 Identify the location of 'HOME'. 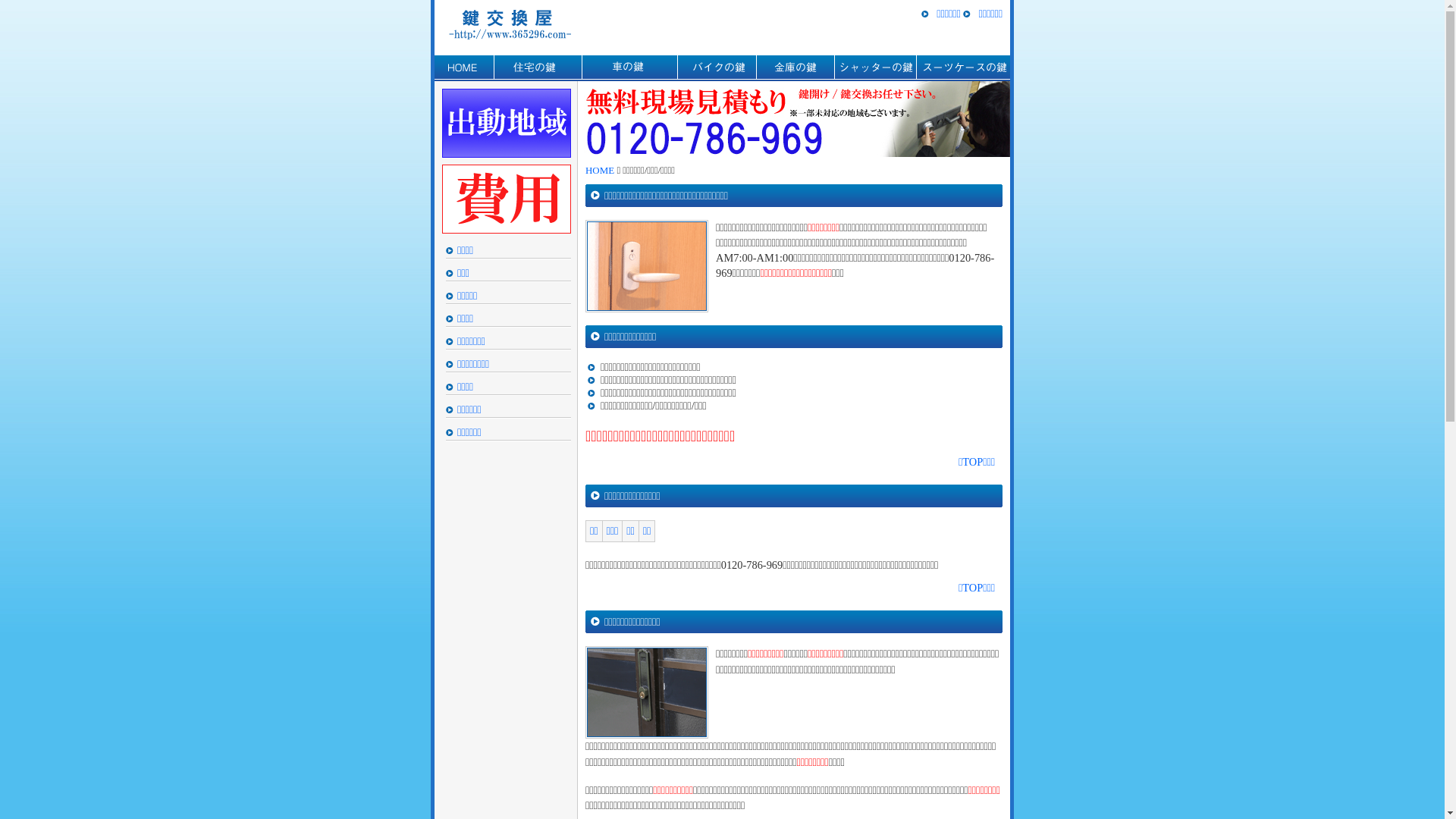
(463, 67).